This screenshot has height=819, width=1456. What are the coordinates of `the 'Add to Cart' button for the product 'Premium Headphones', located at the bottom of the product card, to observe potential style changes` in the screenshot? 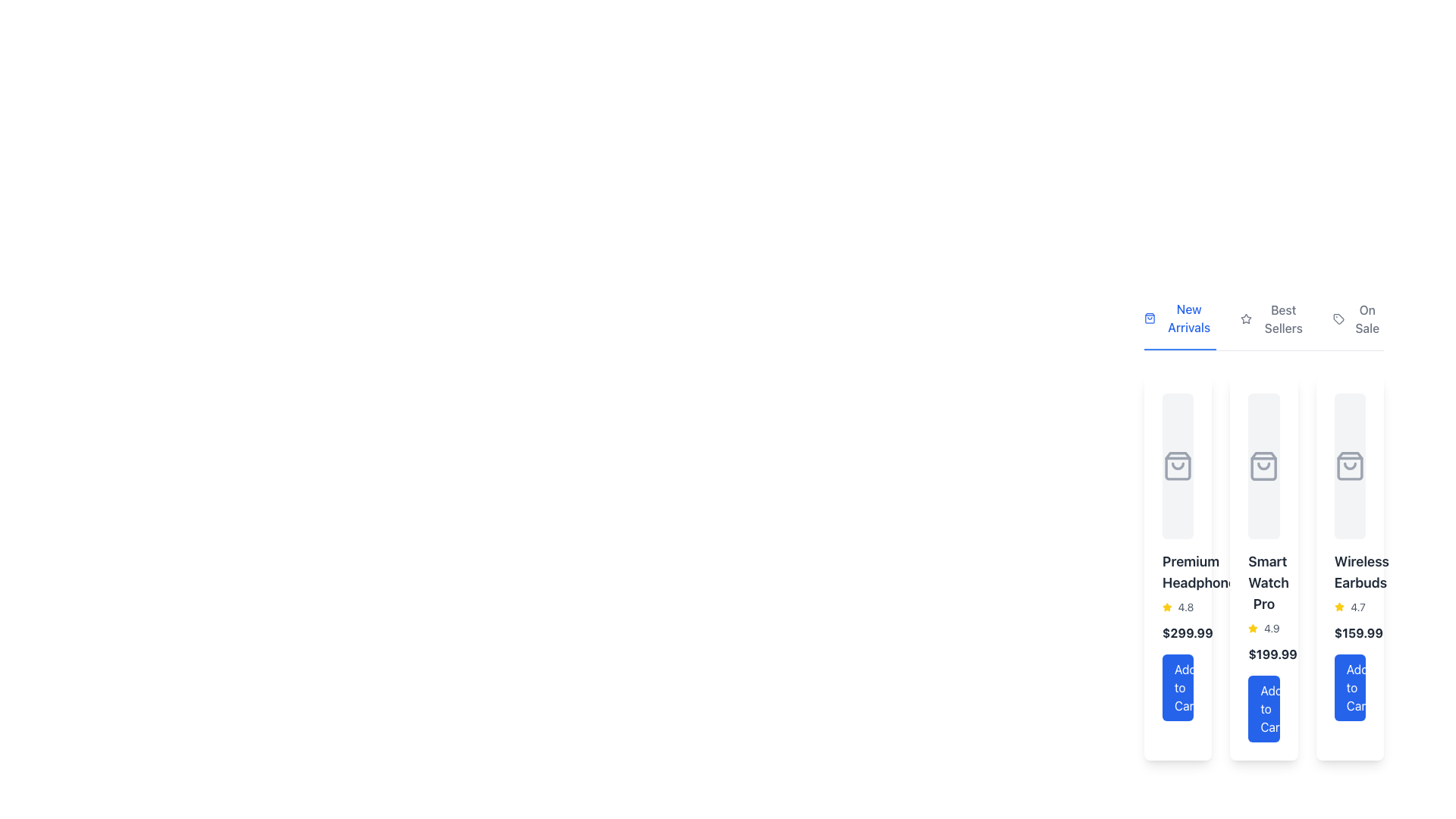 It's located at (1177, 687).